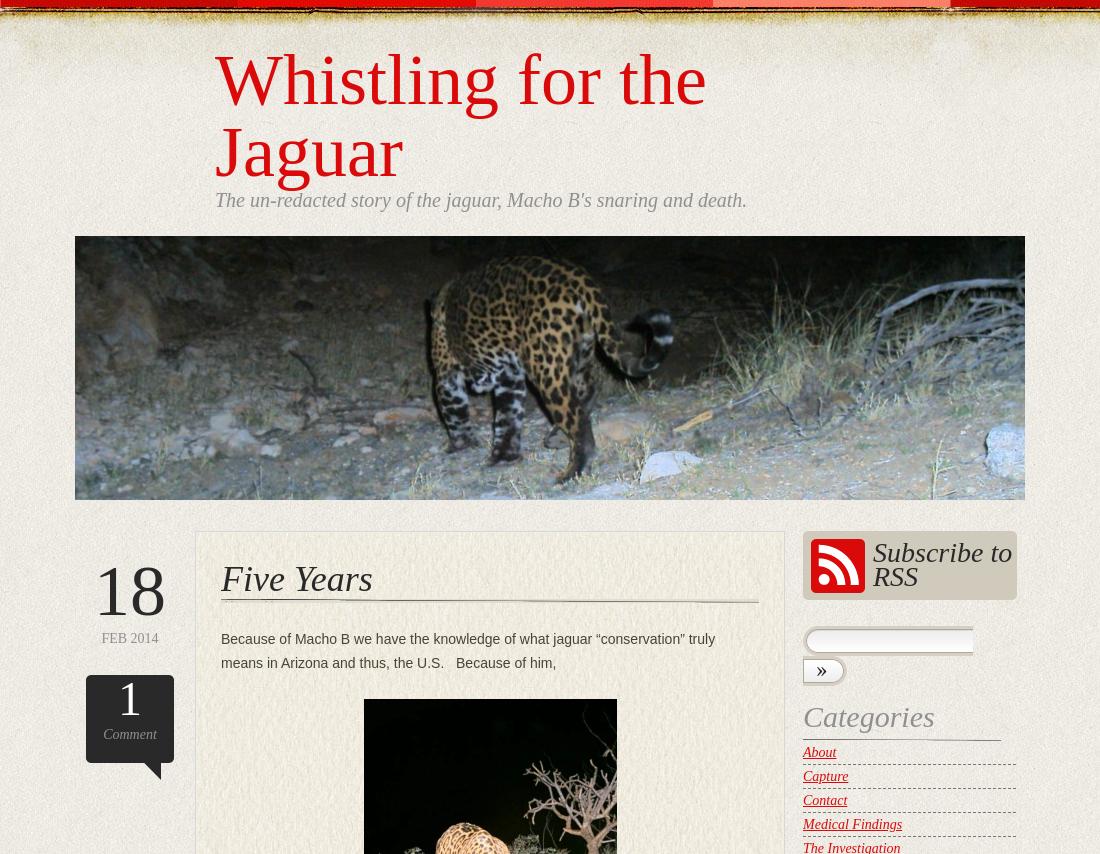 This screenshot has height=854, width=1100. Describe the element at coordinates (825, 799) in the screenshot. I see `'Contact'` at that location.